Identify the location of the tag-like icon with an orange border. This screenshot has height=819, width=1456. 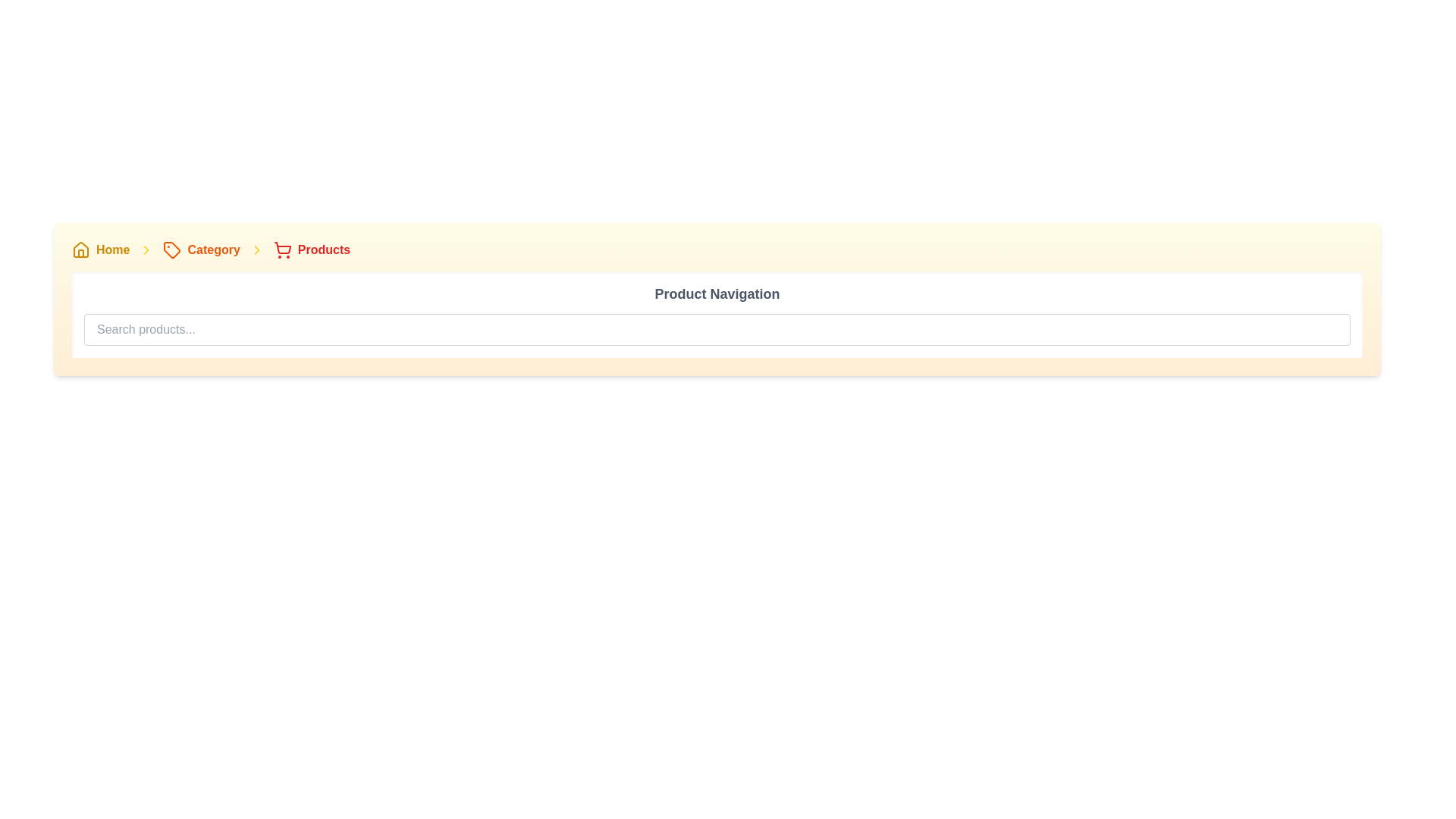
(172, 249).